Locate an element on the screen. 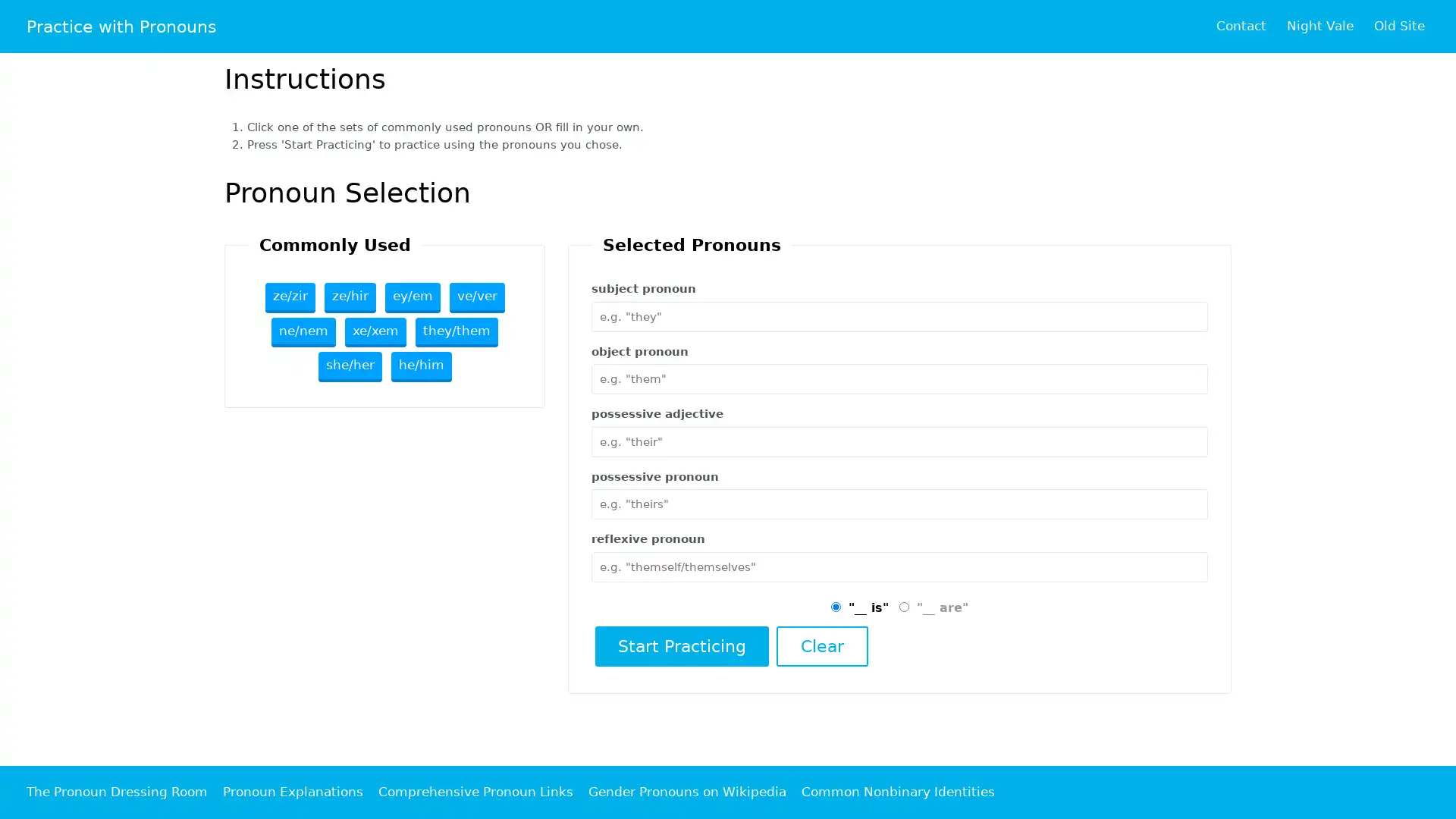 The width and height of the screenshot is (1456, 819). xe/xem is located at coordinates (375, 331).